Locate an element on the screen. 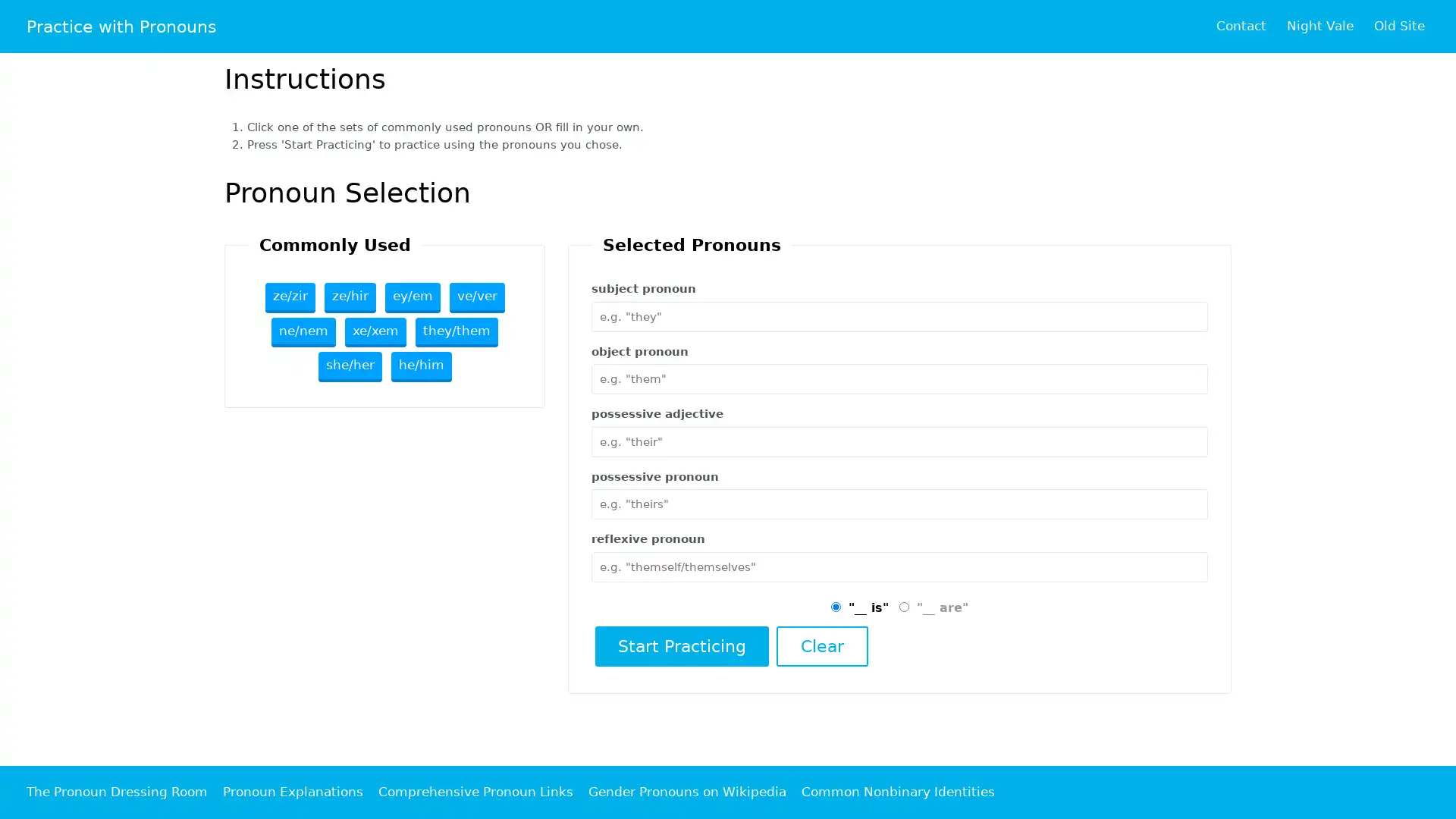 The width and height of the screenshot is (1456, 819). xe/xem is located at coordinates (375, 331).